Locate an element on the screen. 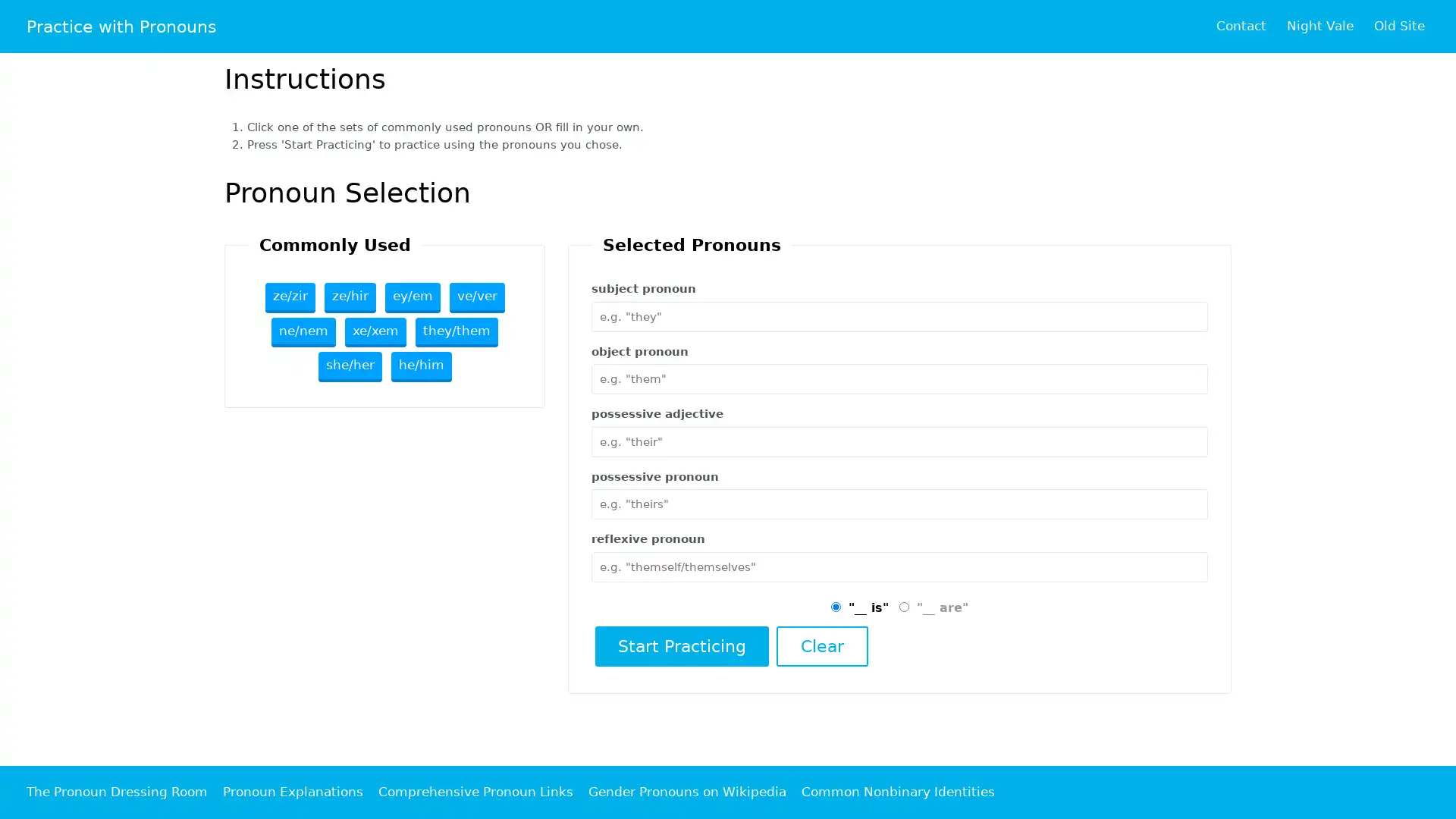 The width and height of the screenshot is (1456, 819). xe/xem is located at coordinates (375, 331).